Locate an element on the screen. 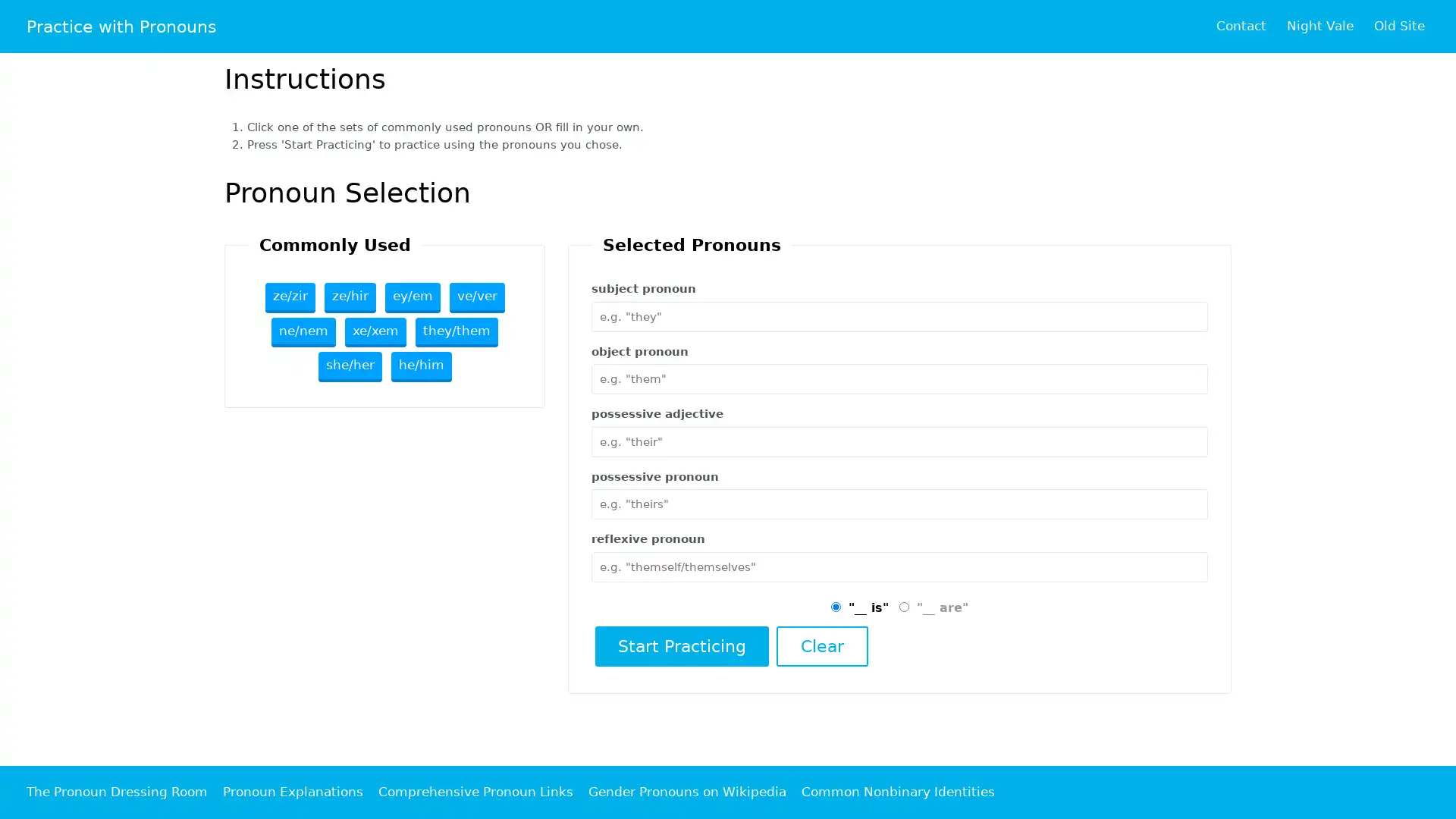 The width and height of the screenshot is (1456, 819). xe/xem is located at coordinates (375, 331).